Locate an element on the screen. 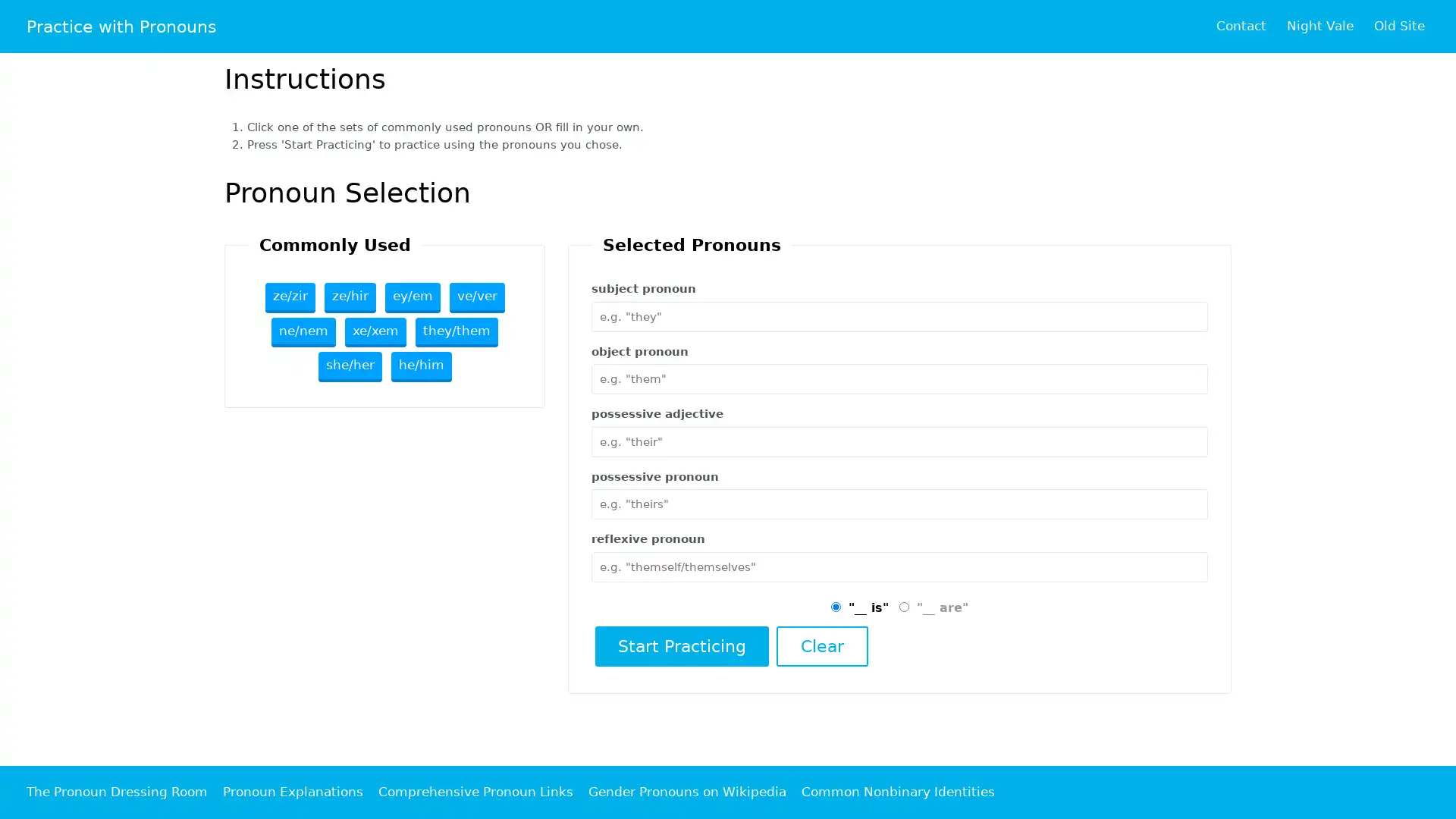 The width and height of the screenshot is (1456, 819). xe/xem is located at coordinates (375, 331).